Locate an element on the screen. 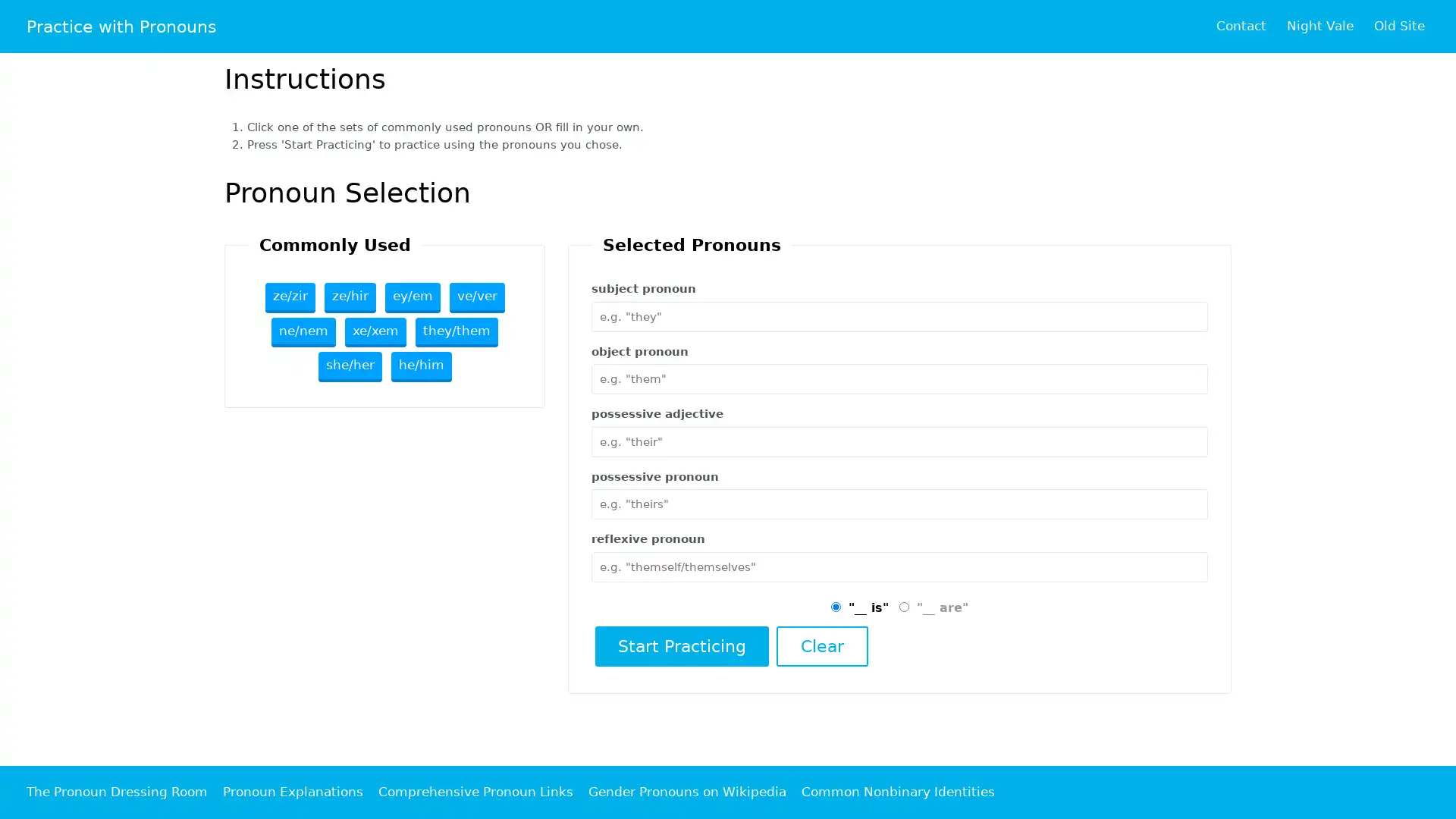 The width and height of the screenshot is (1456, 819). xe/xem is located at coordinates (375, 331).